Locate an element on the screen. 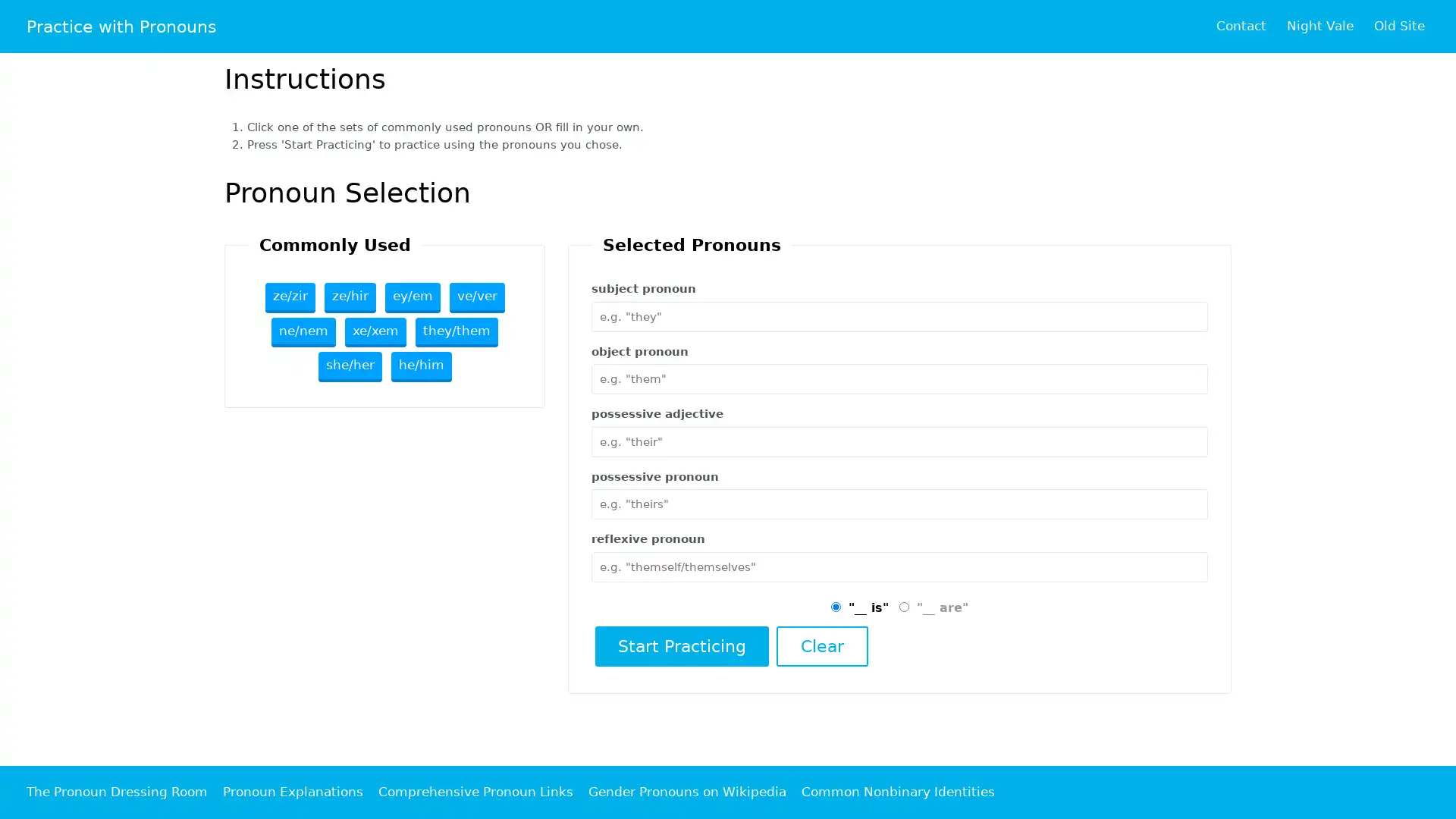 The width and height of the screenshot is (1456, 819). xe/xem is located at coordinates (375, 331).